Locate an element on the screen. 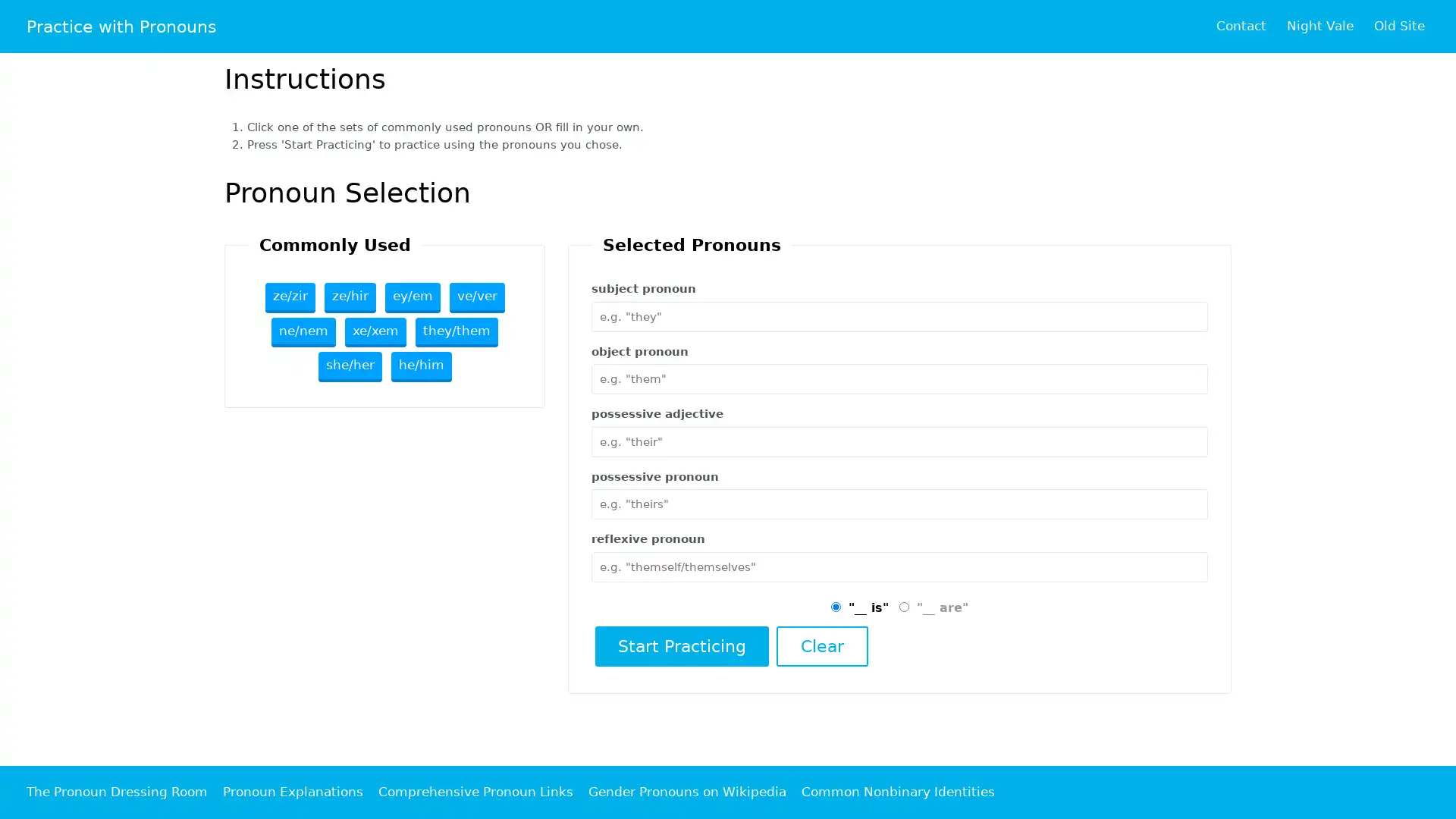 The width and height of the screenshot is (1456, 819). xe/xem is located at coordinates (375, 331).